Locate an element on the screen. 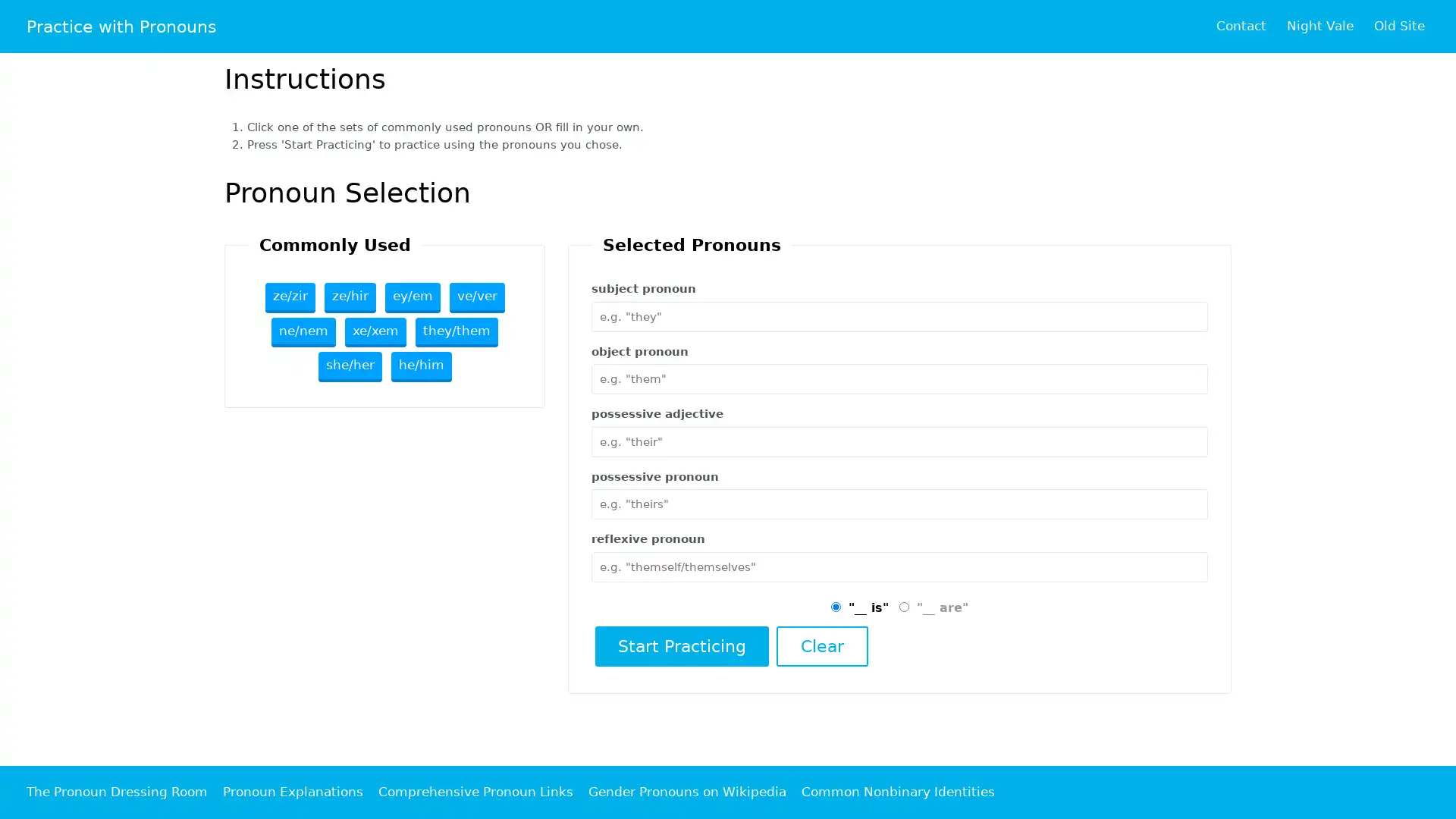 The width and height of the screenshot is (1456, 819). xe/xem is located at coordinates (375, 331).